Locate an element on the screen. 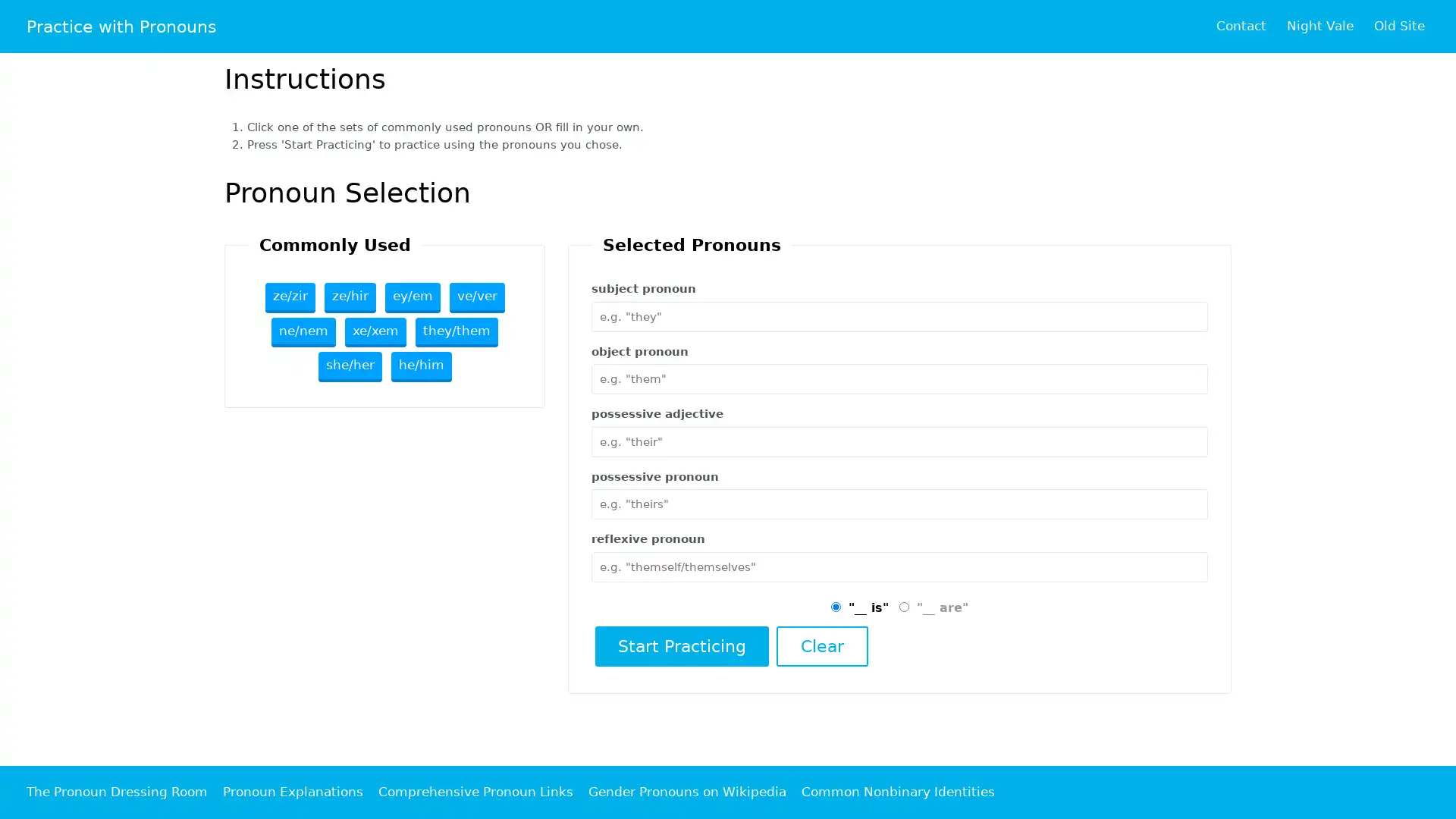 The width and height of the screenshot is (1456, 819). xe/xem is located at coordinates (375, 331).